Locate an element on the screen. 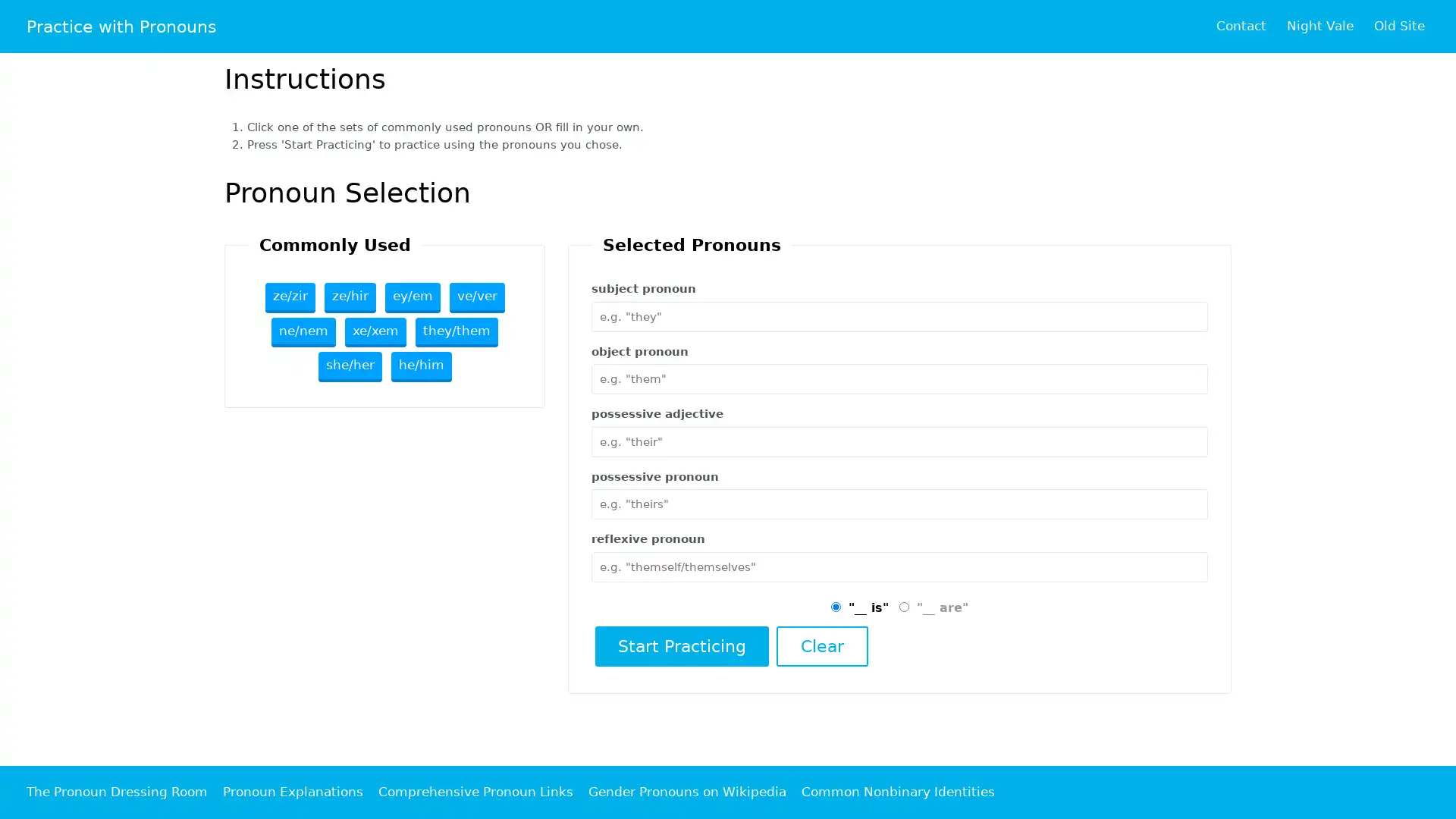 The width and height of the screenshot is (1456, 819). xe/xem is located at coordinates (375, 331).